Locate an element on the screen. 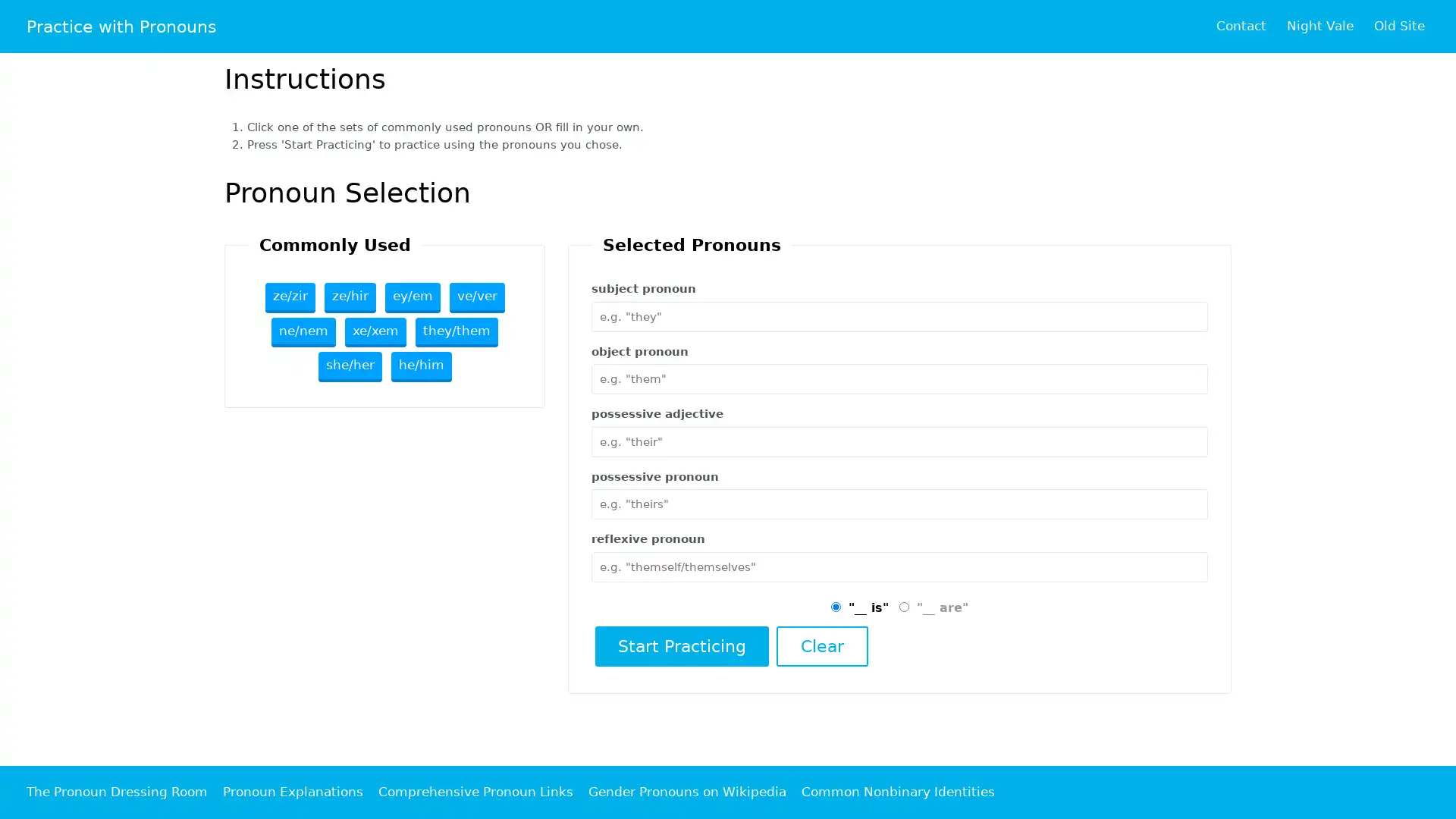 The width and height of the screenshot is (1456, 819). xe/xem is located at coordinates (375, 331).